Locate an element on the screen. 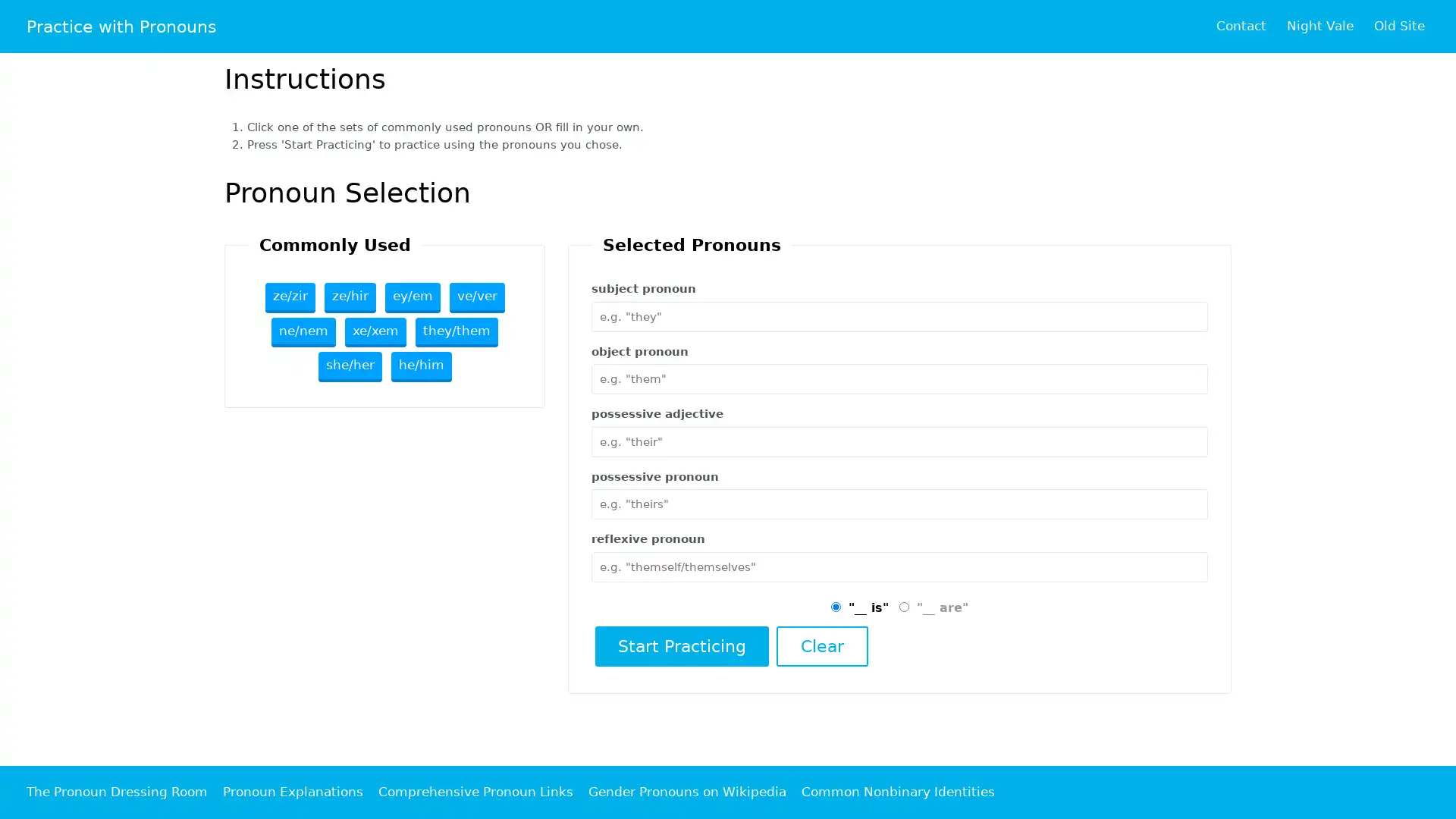 The width and height of the screenshot is (1456, 819). xe/xem is located at coordinates (375, 331).